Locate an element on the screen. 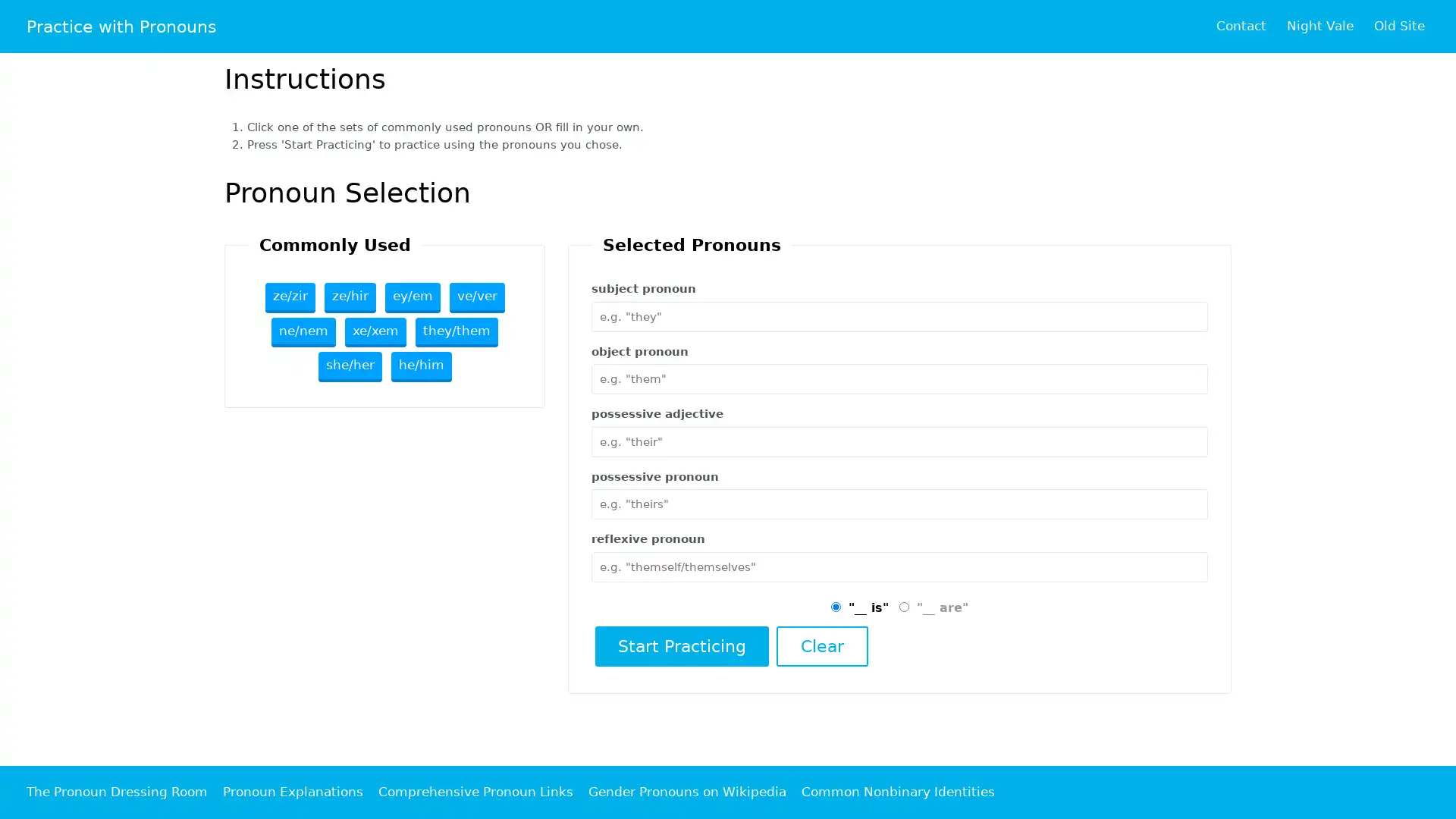 The width and height of the screenshot is (1456, 819). xe/xem is located at coordinates (375, 331).